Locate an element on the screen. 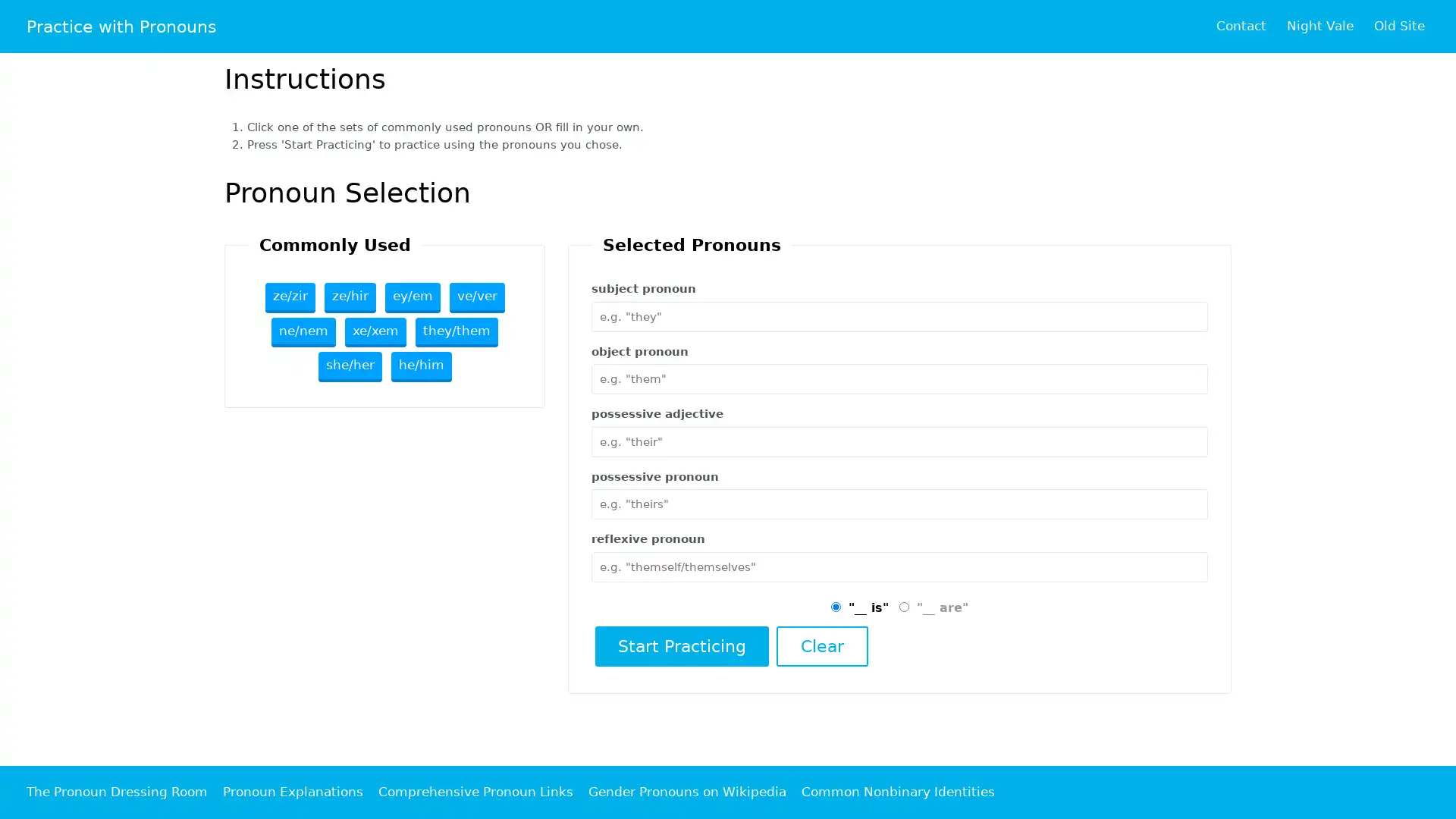 The width and height of the screenshot is (1456, 819). xe/xem is located at coordinates (375, 331).